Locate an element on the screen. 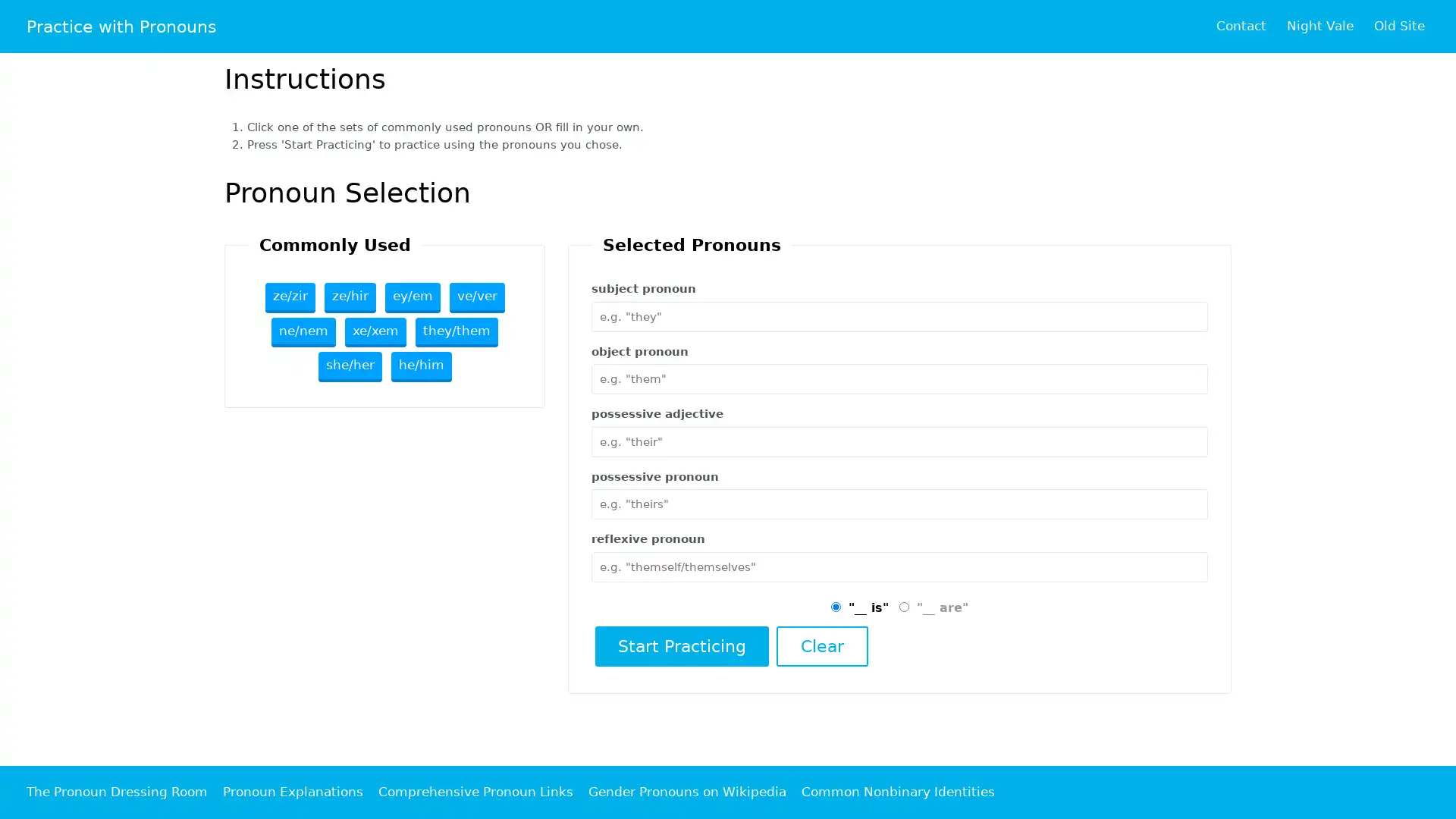 The width and height of the screenshot is (1456, 819). xe/xem is located at coordinates (375, 331).